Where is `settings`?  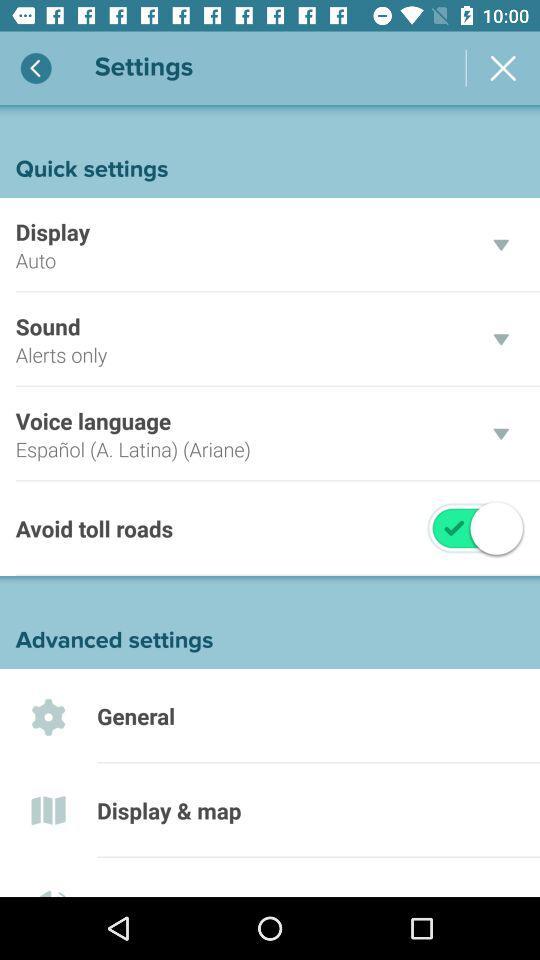 settings is located at coordinates (502, 68).